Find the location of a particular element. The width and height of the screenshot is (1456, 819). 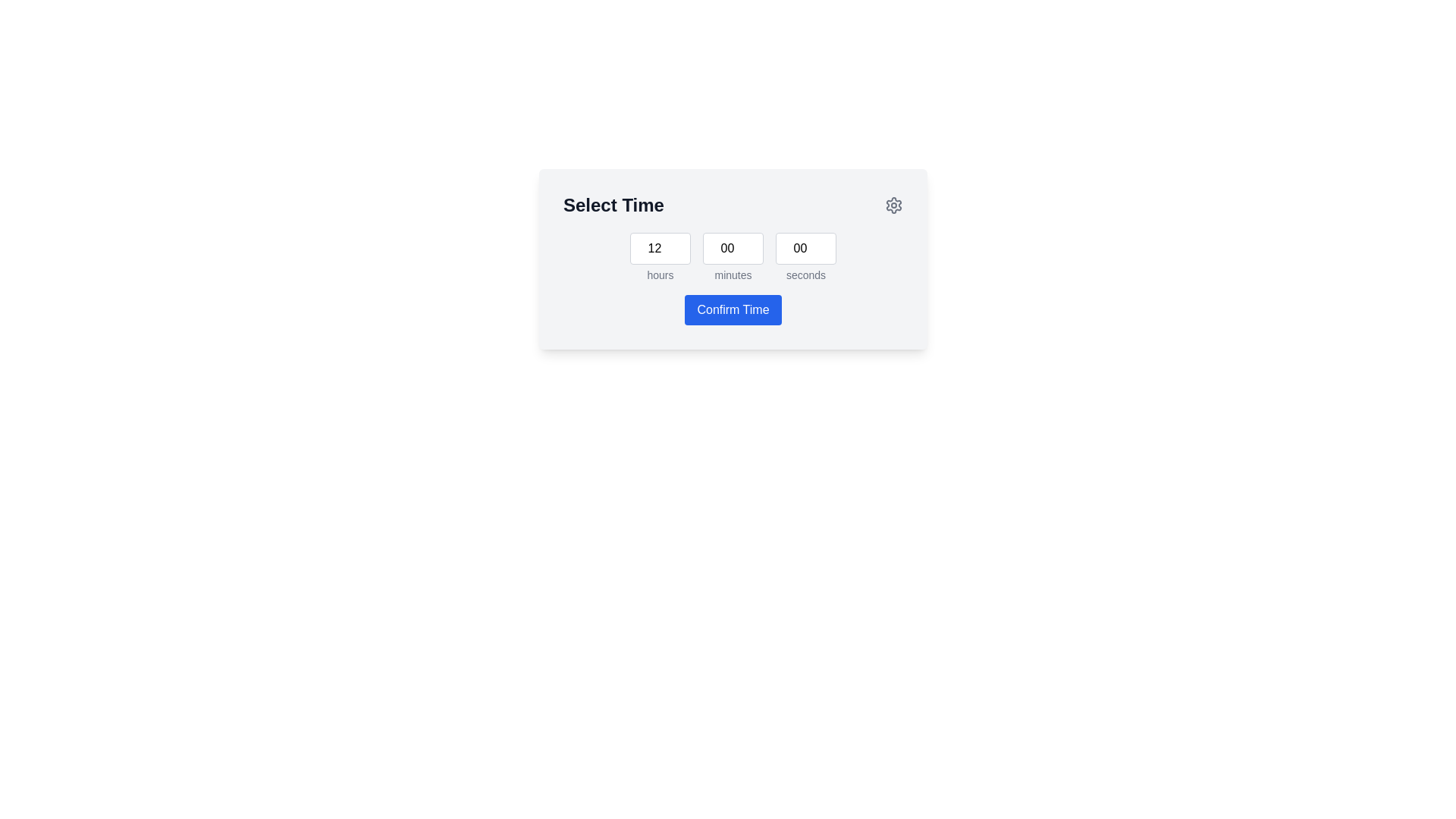

the text label reading 'seconds' that appears below the third input field for time input, styled with a smaller font size and gray coloring is located at coordinates (805, 256).